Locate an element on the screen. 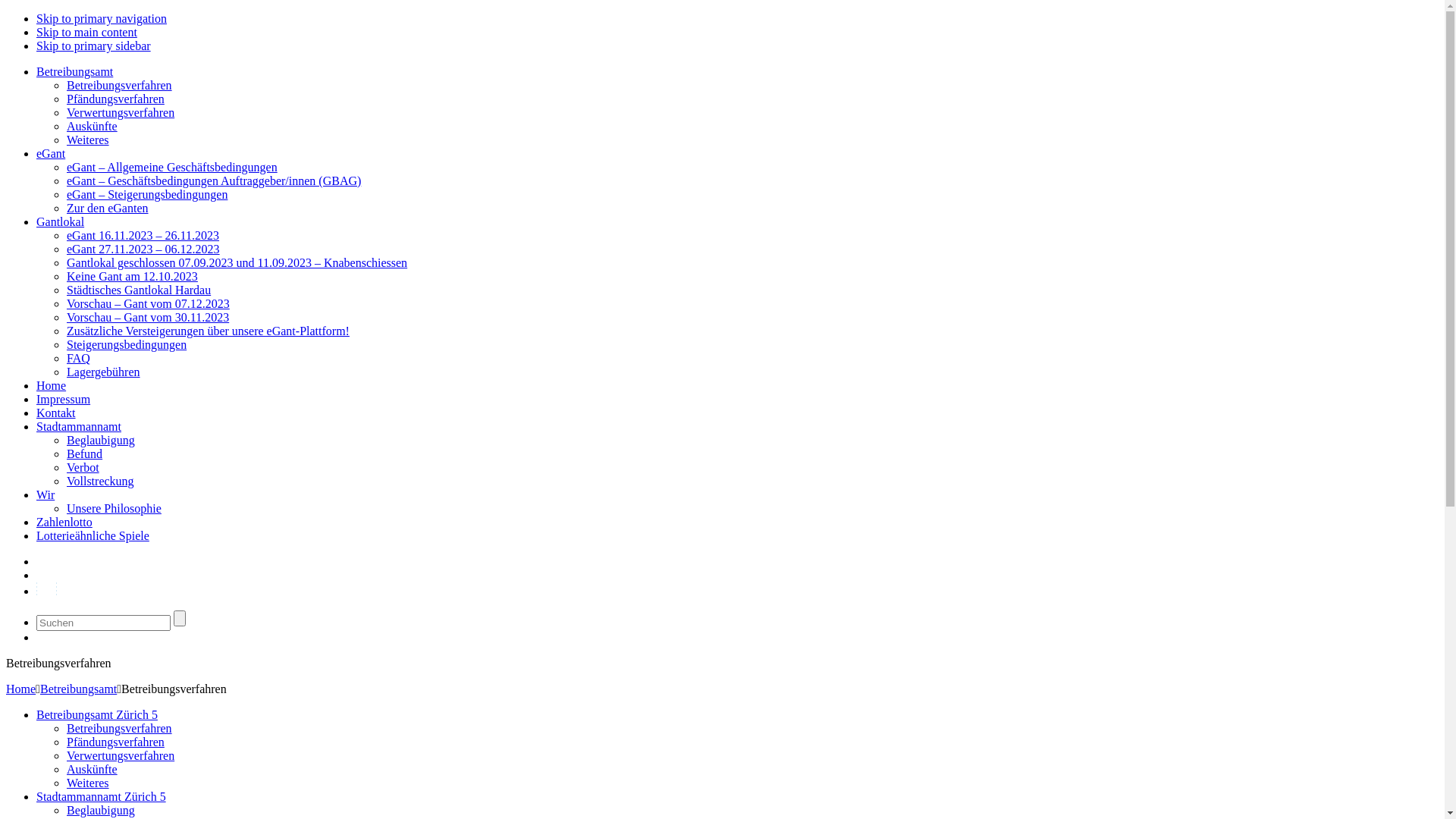 Image resolution: width=1456 pixels, height=819 pixels. 'Skip to primary navigation' is located at coordinates (101, 18).